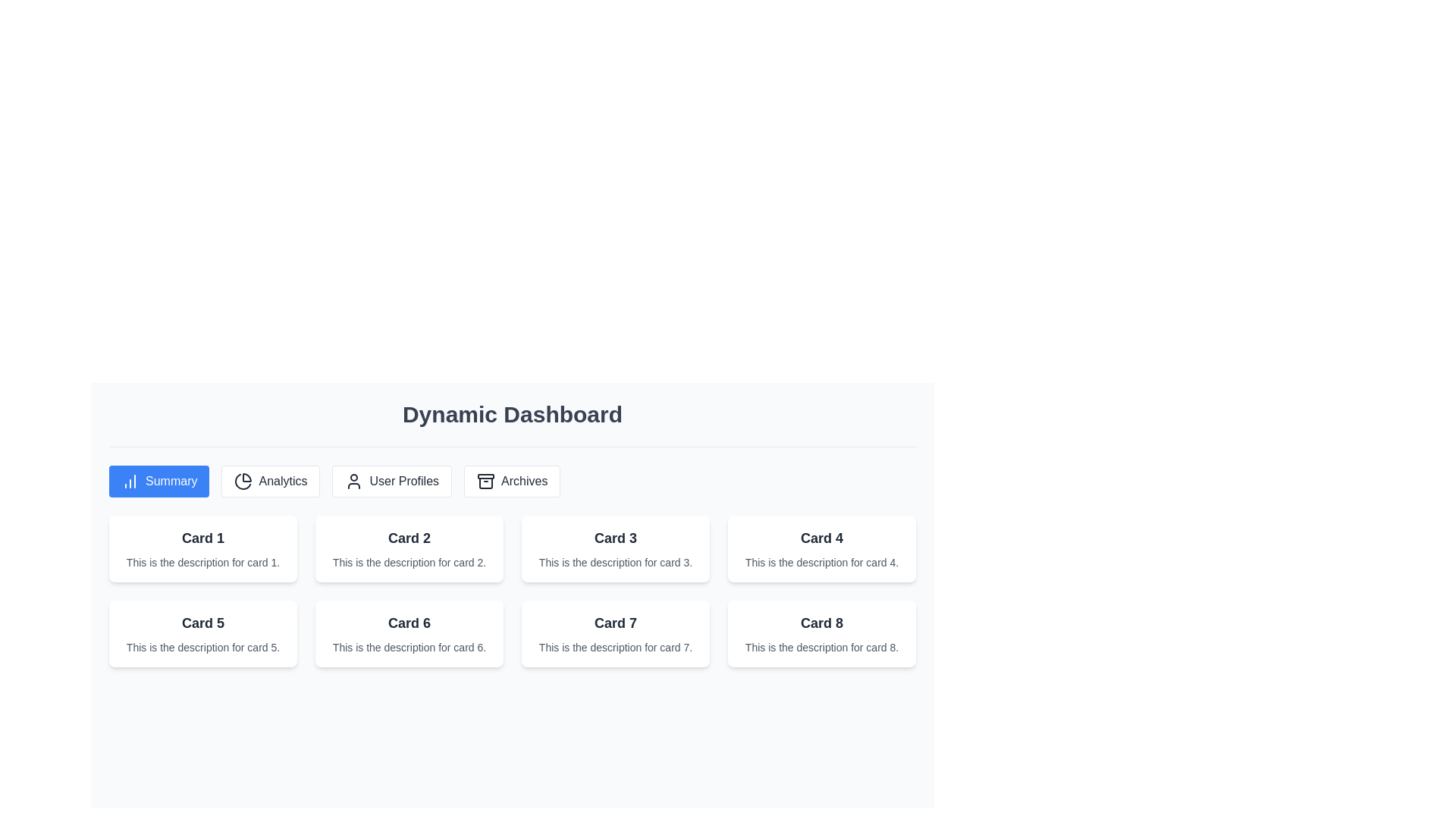 Image resolution: width=1456 pixels, height=819 pixels. I want to click on the SVG Icon located within the 'Summary' button at the top left of the dashboard interface, so click(130, 482).